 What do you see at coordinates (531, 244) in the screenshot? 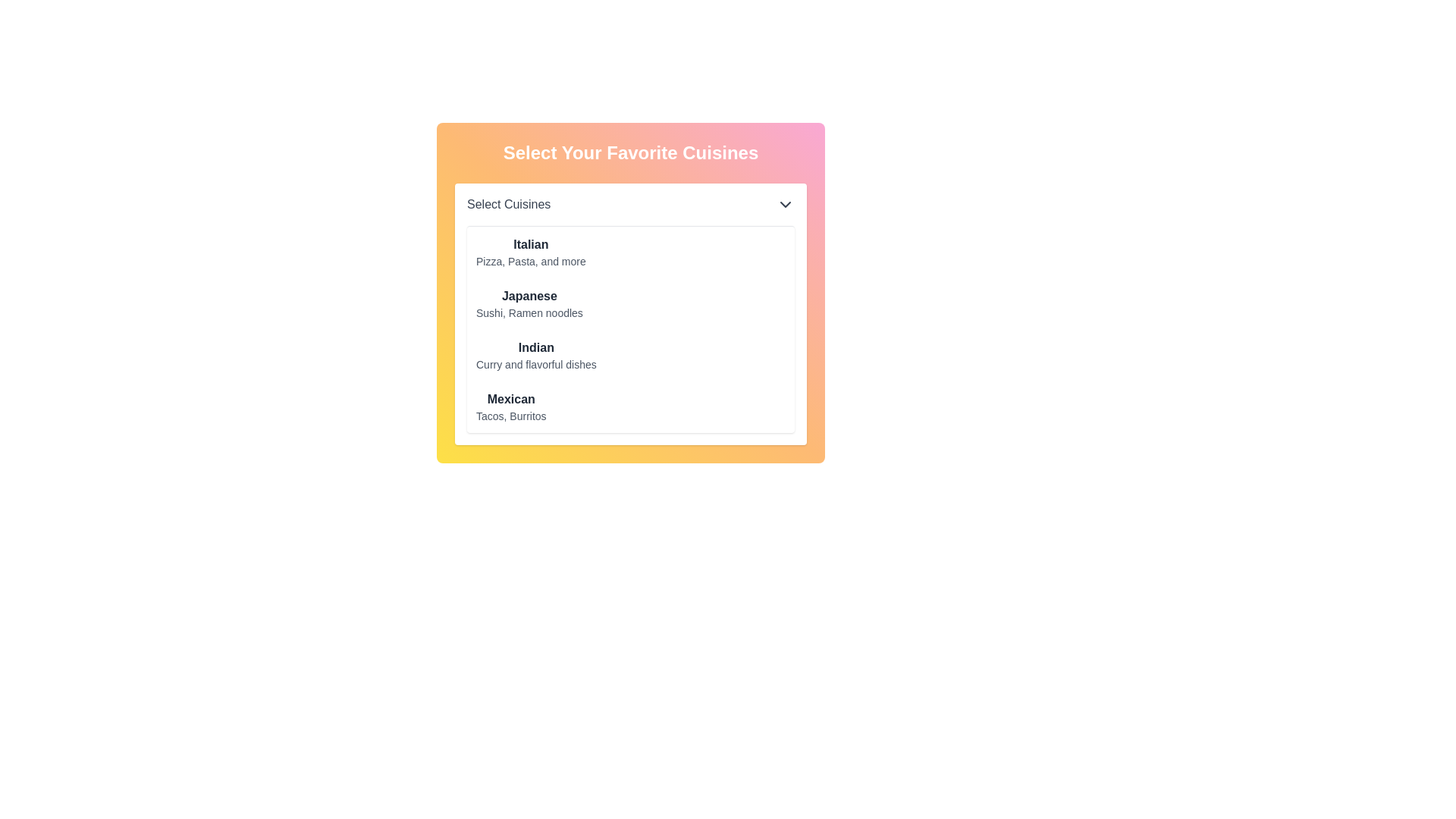
I see `text of the 'Italian' cuisine label located in the dropdown menu under the 'Select Cuisines' section, which is the first item in the list and displayed in bold` at bounding box center [531, 244].